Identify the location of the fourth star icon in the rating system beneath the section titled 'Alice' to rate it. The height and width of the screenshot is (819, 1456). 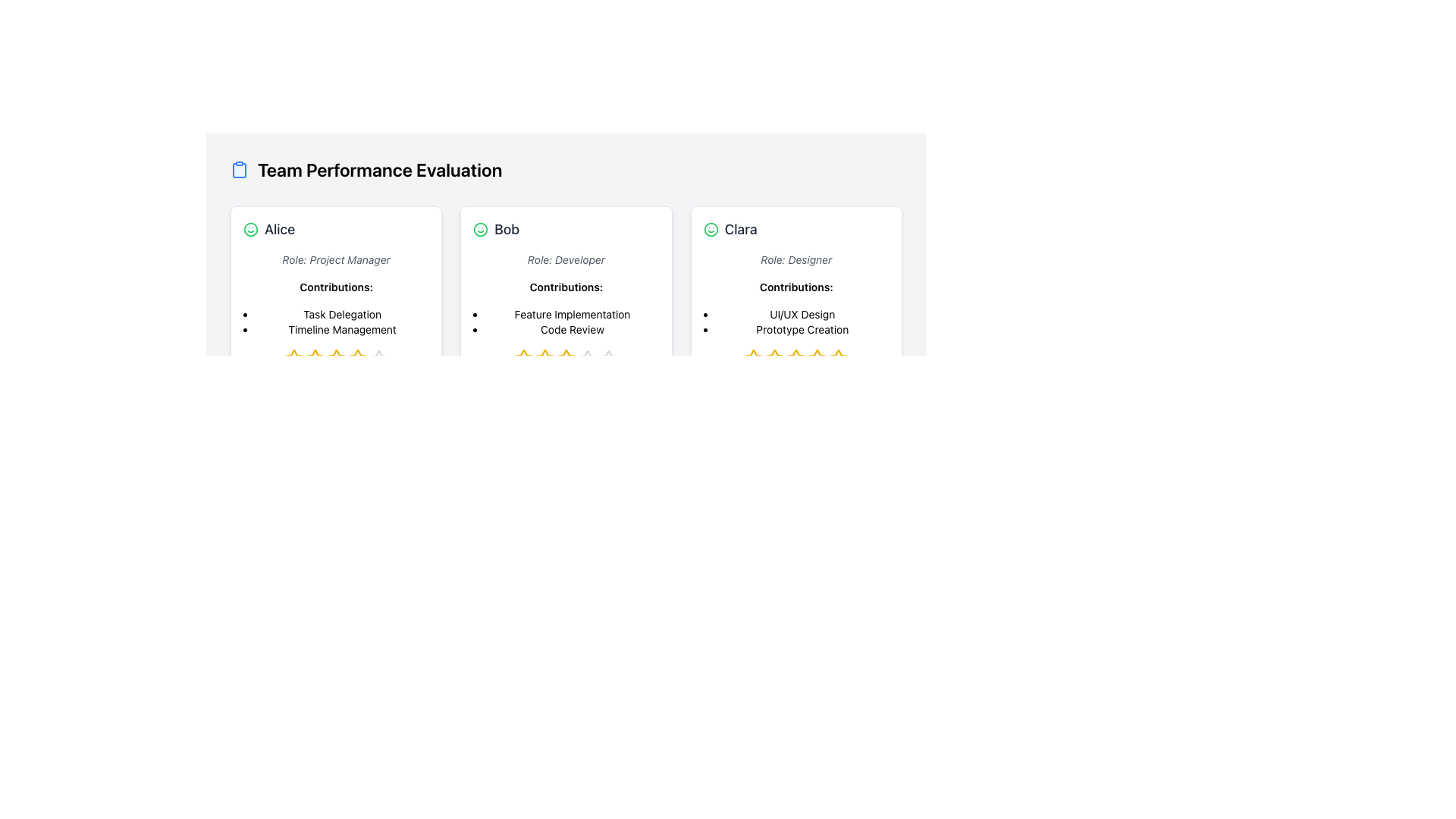
(356, 358).